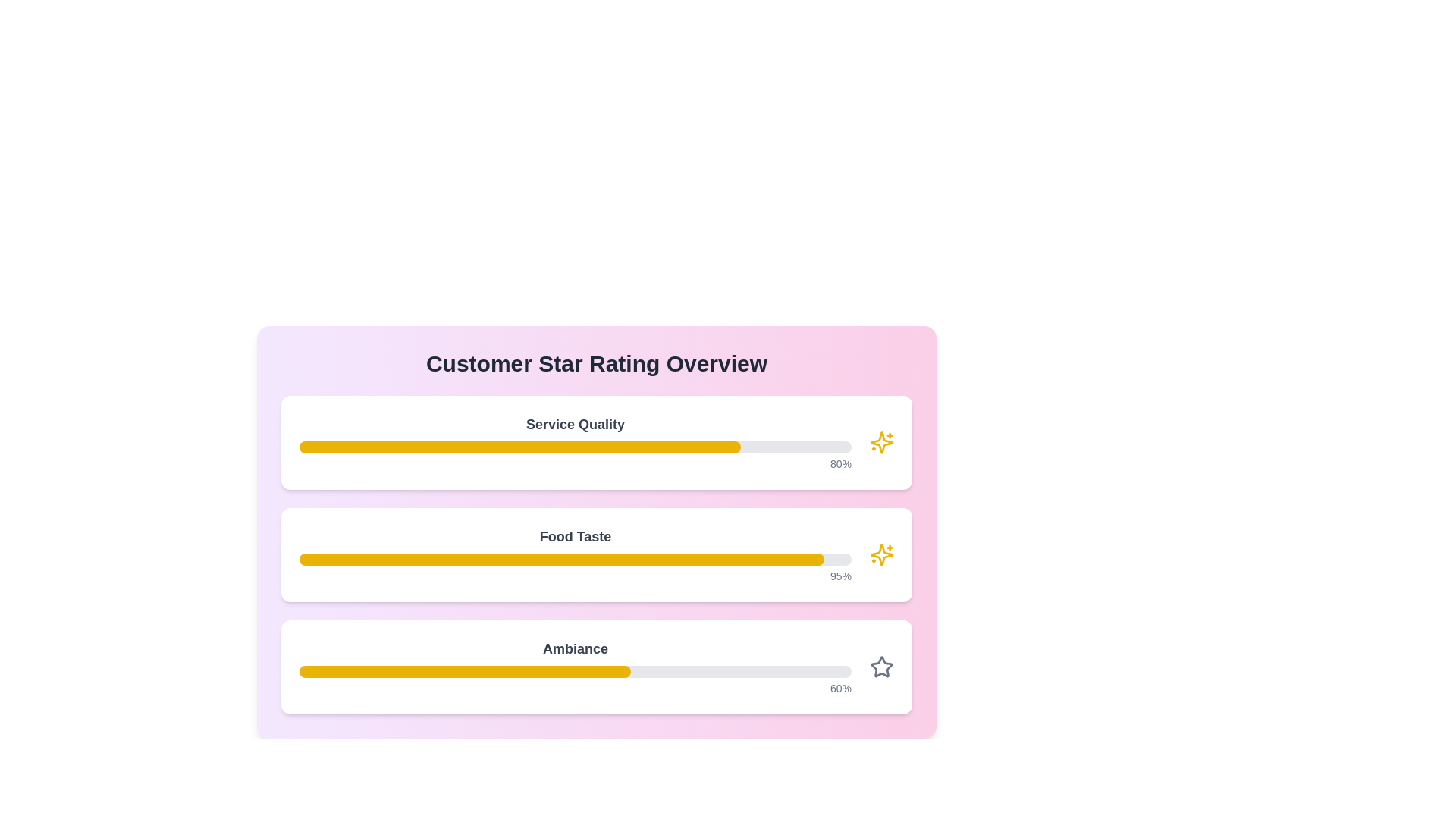 This screenshot has width=1456, height=819. Describe the element at coordinates (881, 666) in the screenshot. I see `the non-filled star icon at the far right end of the 'Ambiance' rating bar component in the UI` at that location.